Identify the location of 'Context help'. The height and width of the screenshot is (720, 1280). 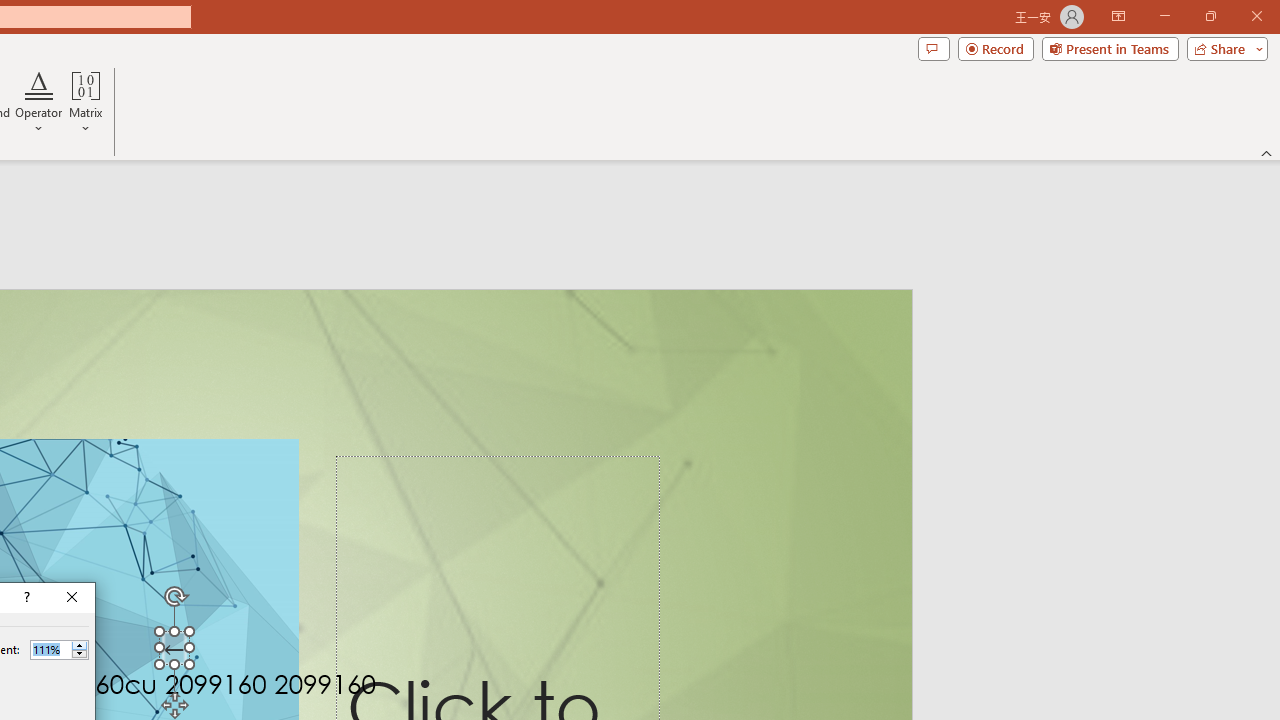
(25, 596).